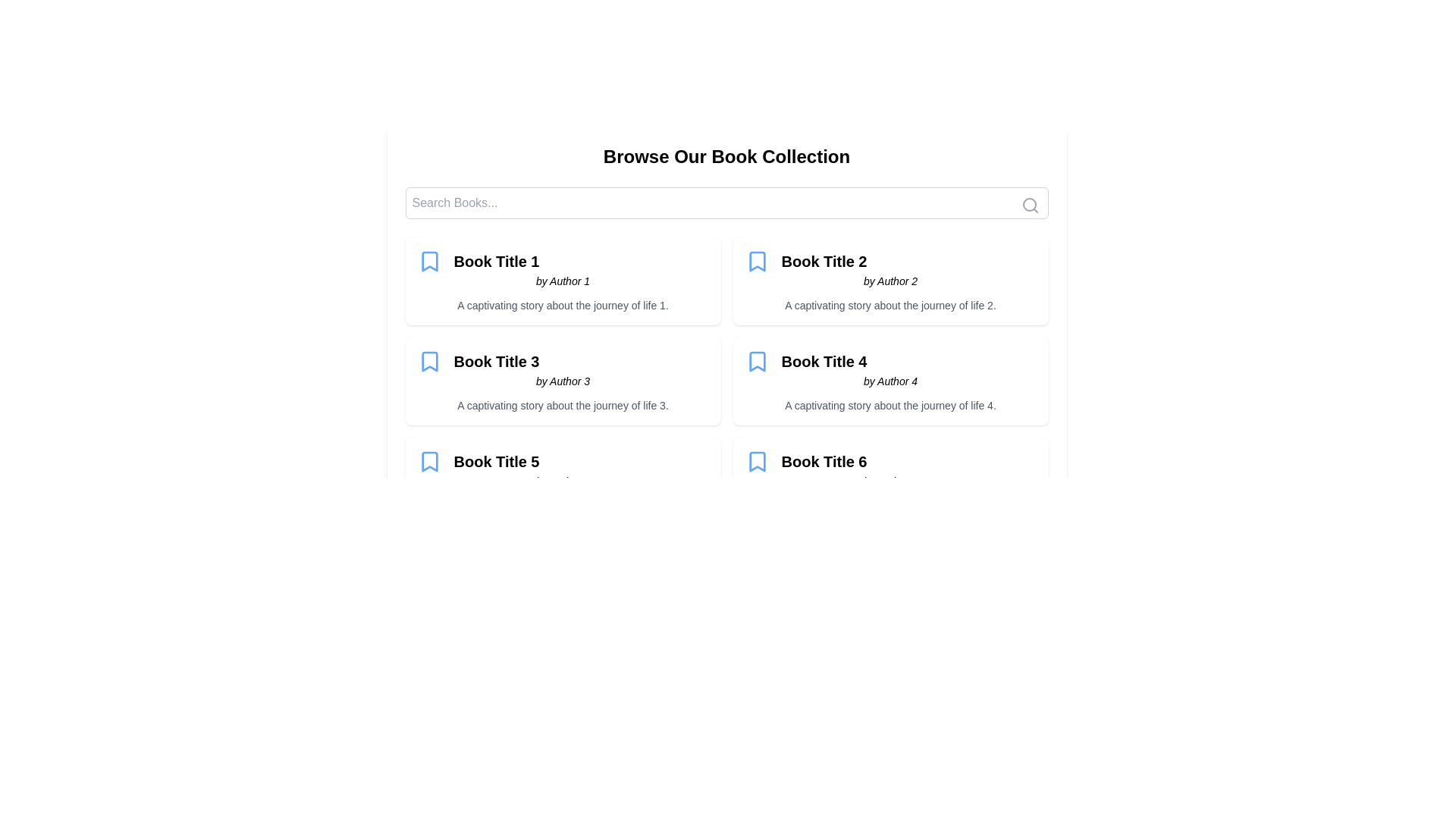 The image size is (1456, 819). What do you see at coordinates (757, 362) in the screenshot?
I see `the bookmark icon adjacent to 'Book Title 4' to bookmark the item for further reference` at bounding box center [757, 362].